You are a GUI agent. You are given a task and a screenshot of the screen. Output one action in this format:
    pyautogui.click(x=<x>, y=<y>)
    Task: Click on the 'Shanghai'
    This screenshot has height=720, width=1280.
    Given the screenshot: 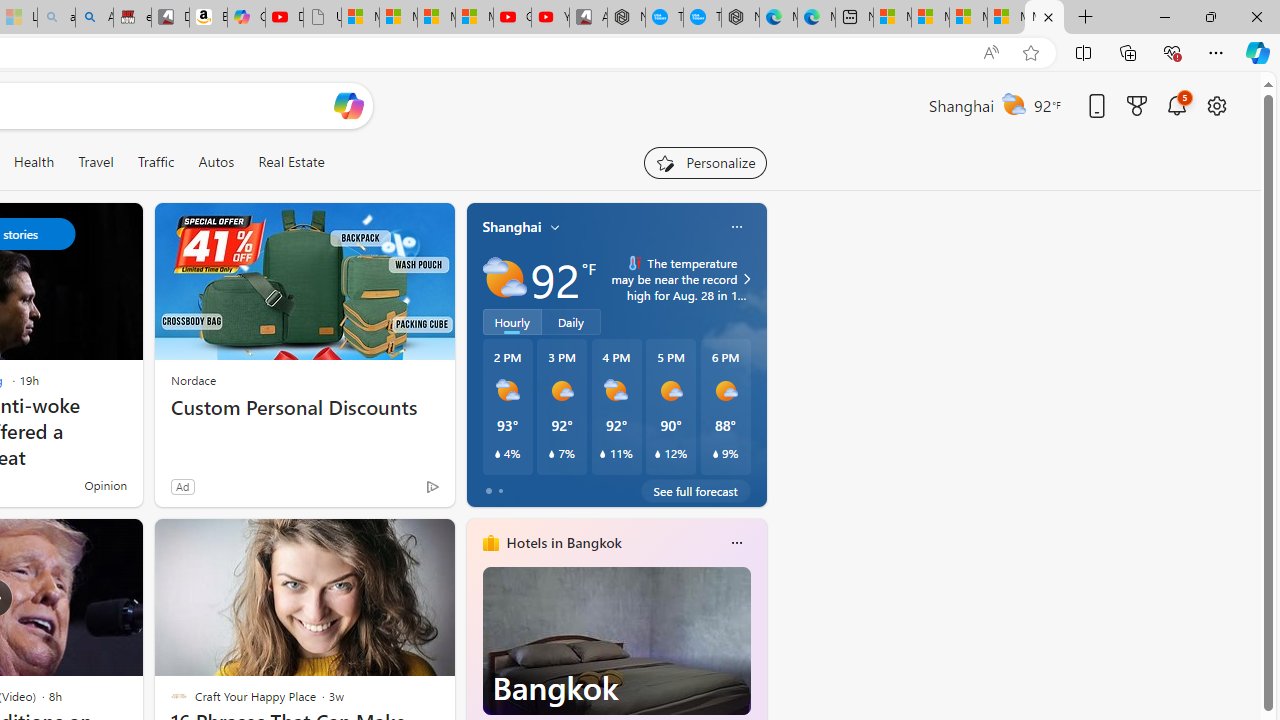 What is the action you would take?
    pyautogui.click(x=512, y=226)
    